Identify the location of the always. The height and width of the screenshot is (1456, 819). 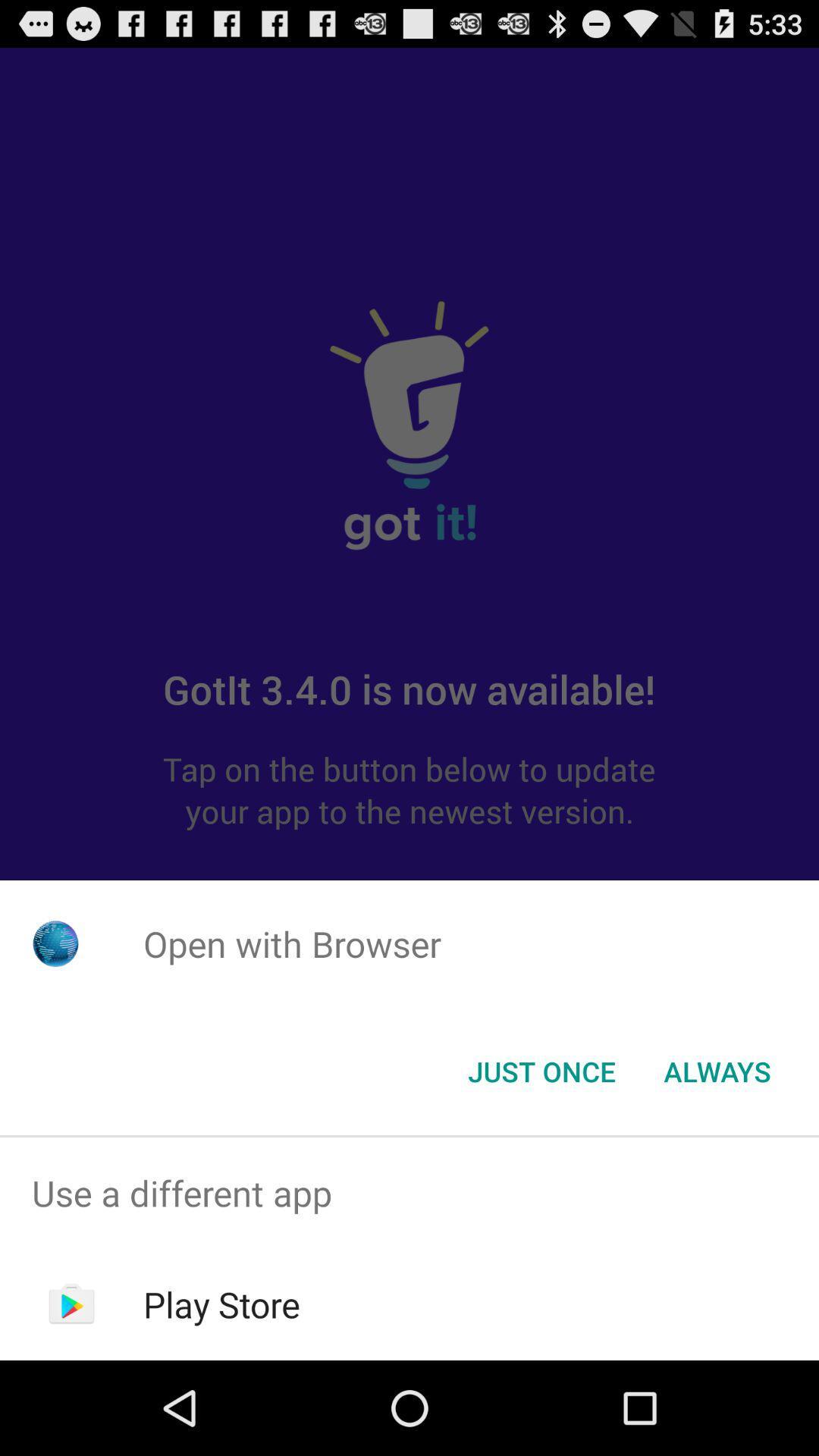
(717, 1070).